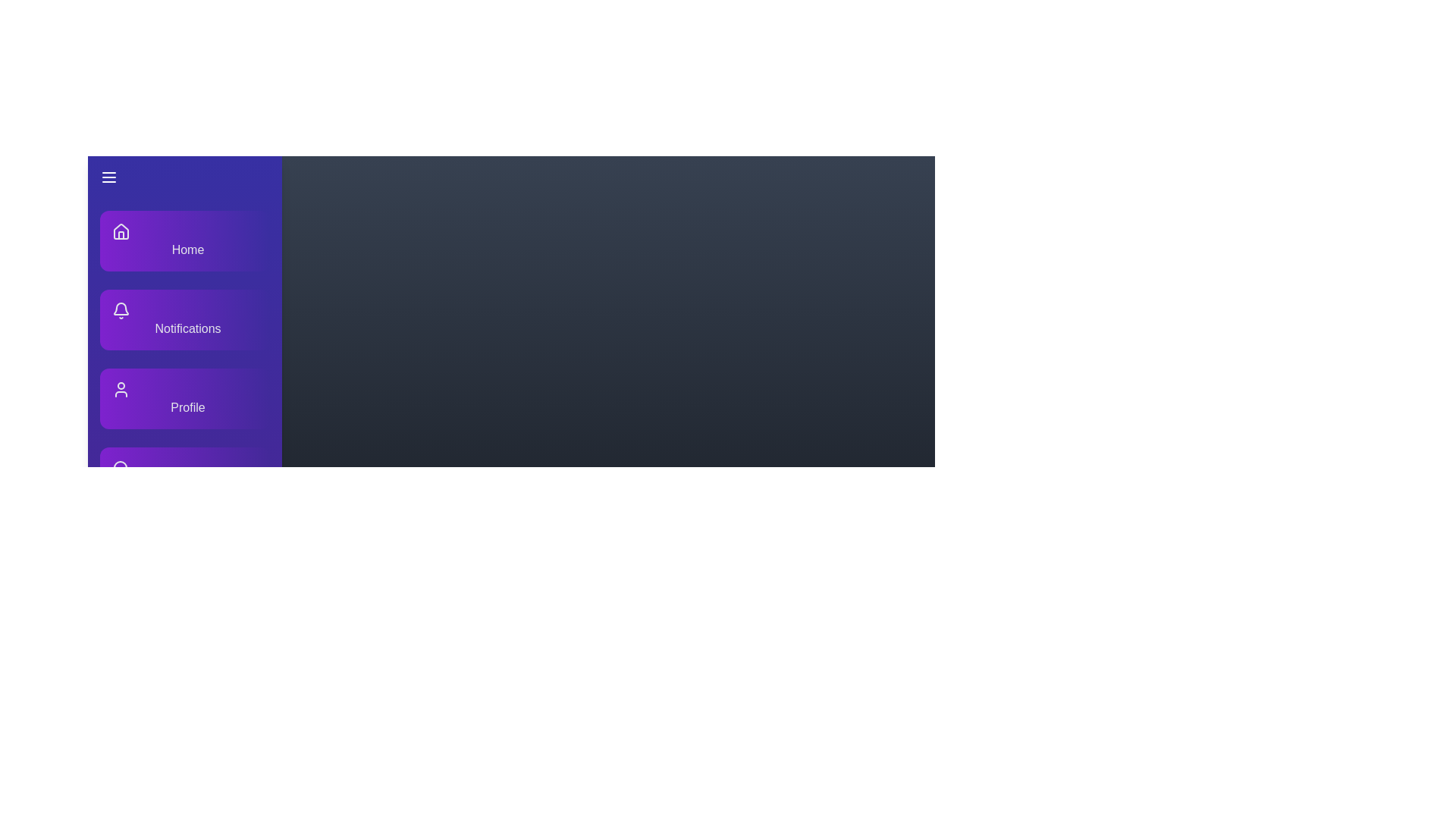  I want to click on the menu item labeled Home to navigate, so click(184, 240).